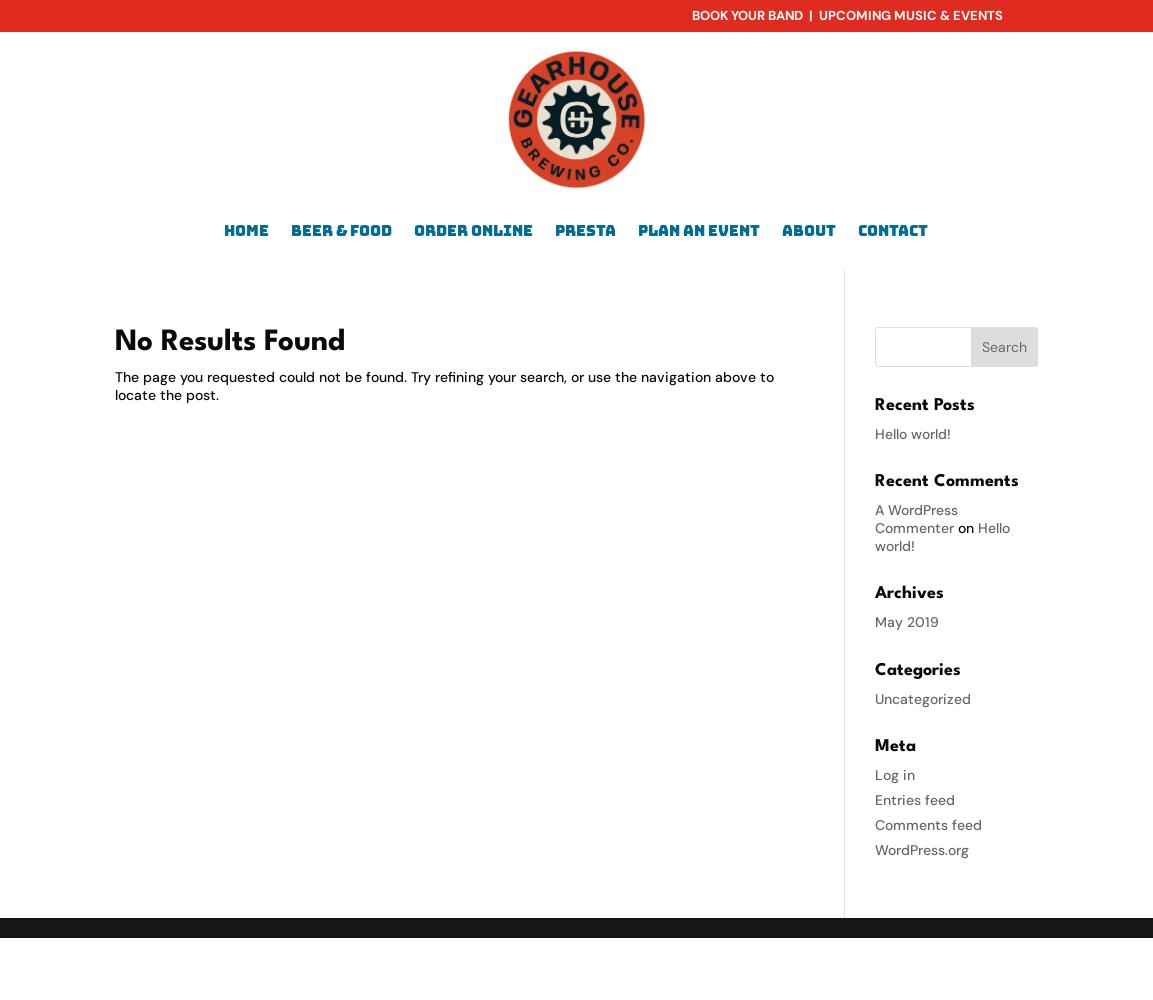  What do you see at coordinates (875, 799) in the screenshot?
I see `'Entries feed'` at bounding box center [875, 799].